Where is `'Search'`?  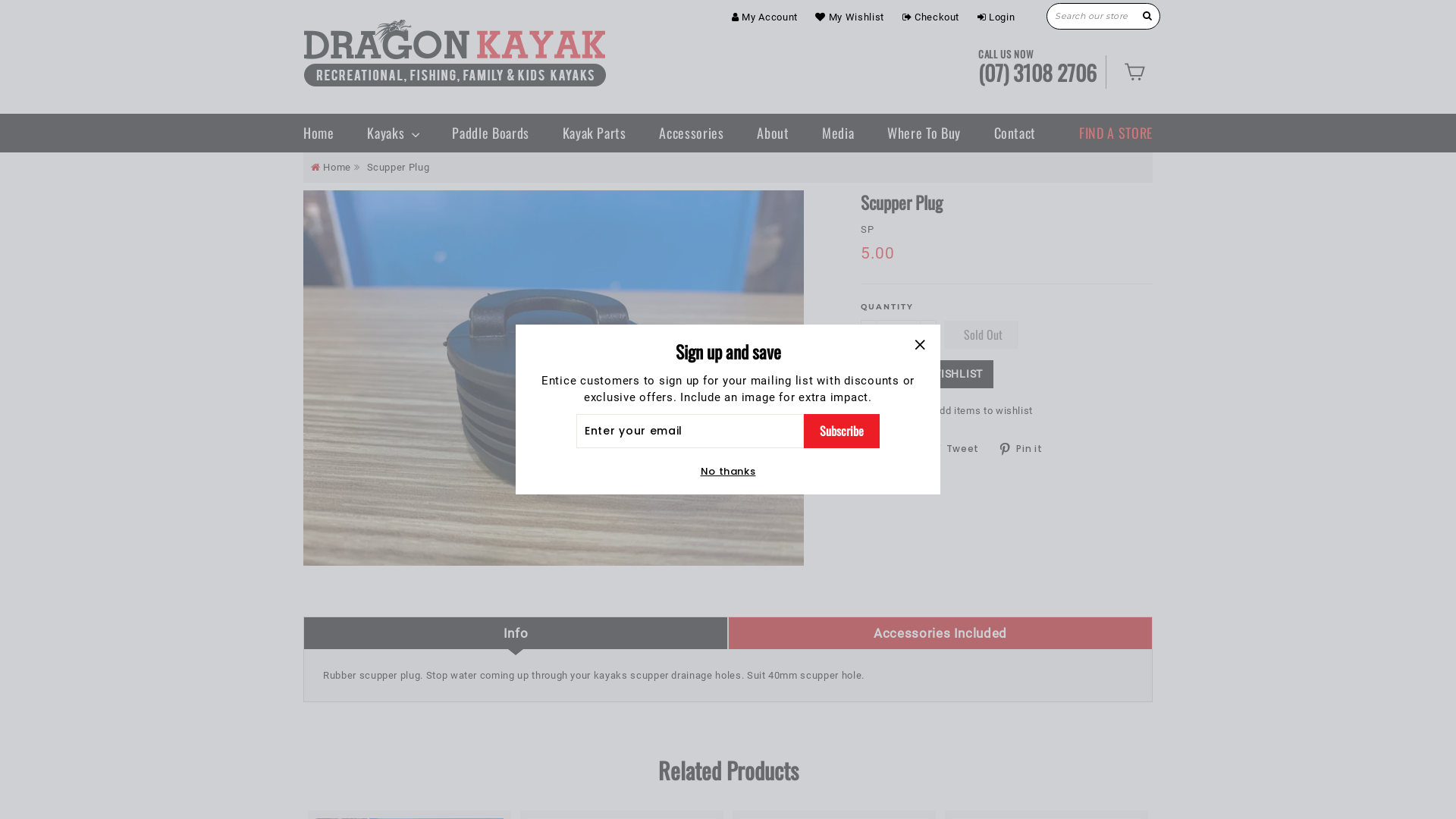 'Search' is located at coordinates (1147, 15).